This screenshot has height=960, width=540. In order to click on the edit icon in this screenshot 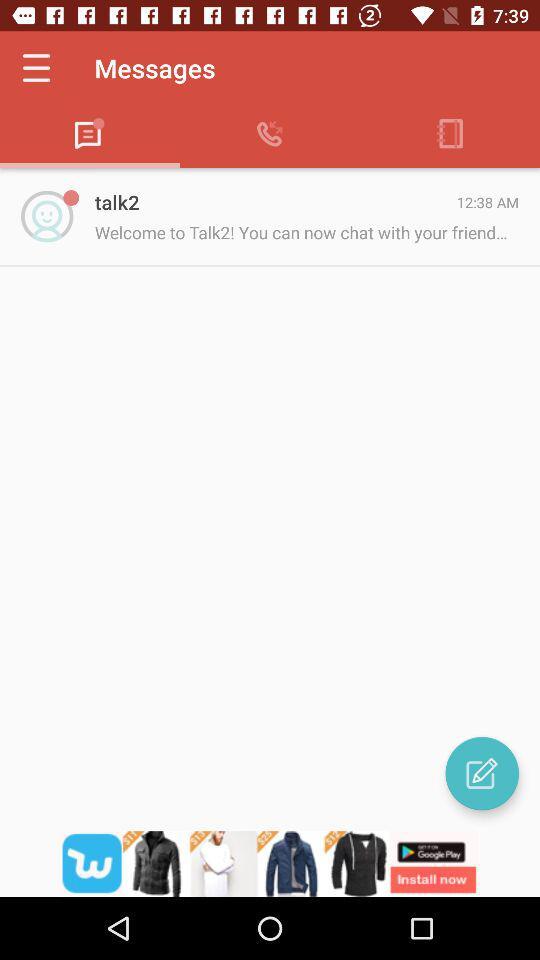, I will do `click(481, 772)`.